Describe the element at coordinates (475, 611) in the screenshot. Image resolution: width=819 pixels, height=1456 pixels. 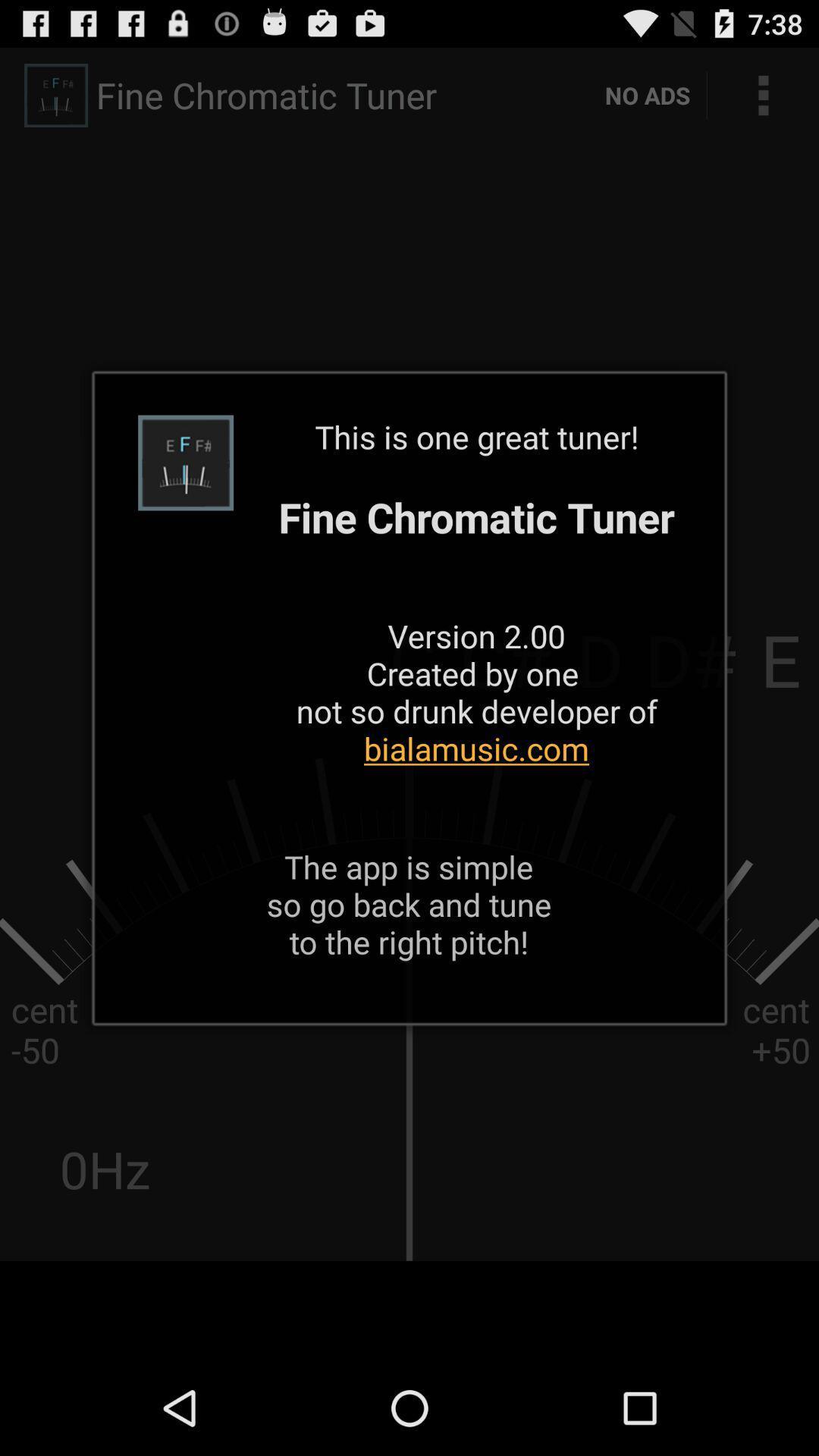
I see `icon above the app is app` at that location.